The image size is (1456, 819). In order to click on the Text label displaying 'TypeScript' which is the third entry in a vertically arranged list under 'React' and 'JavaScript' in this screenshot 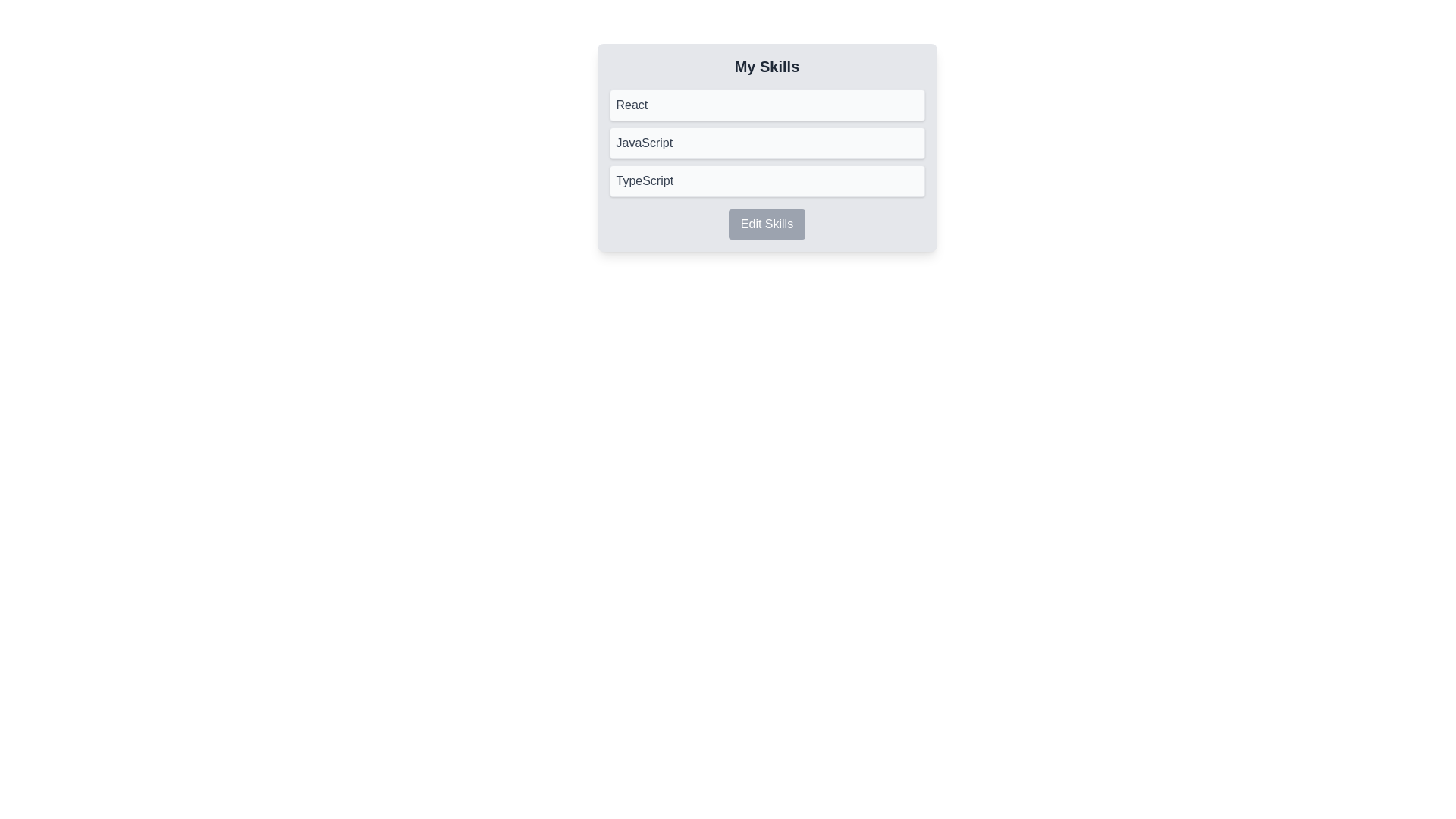, I will do `click(645, 180)`.